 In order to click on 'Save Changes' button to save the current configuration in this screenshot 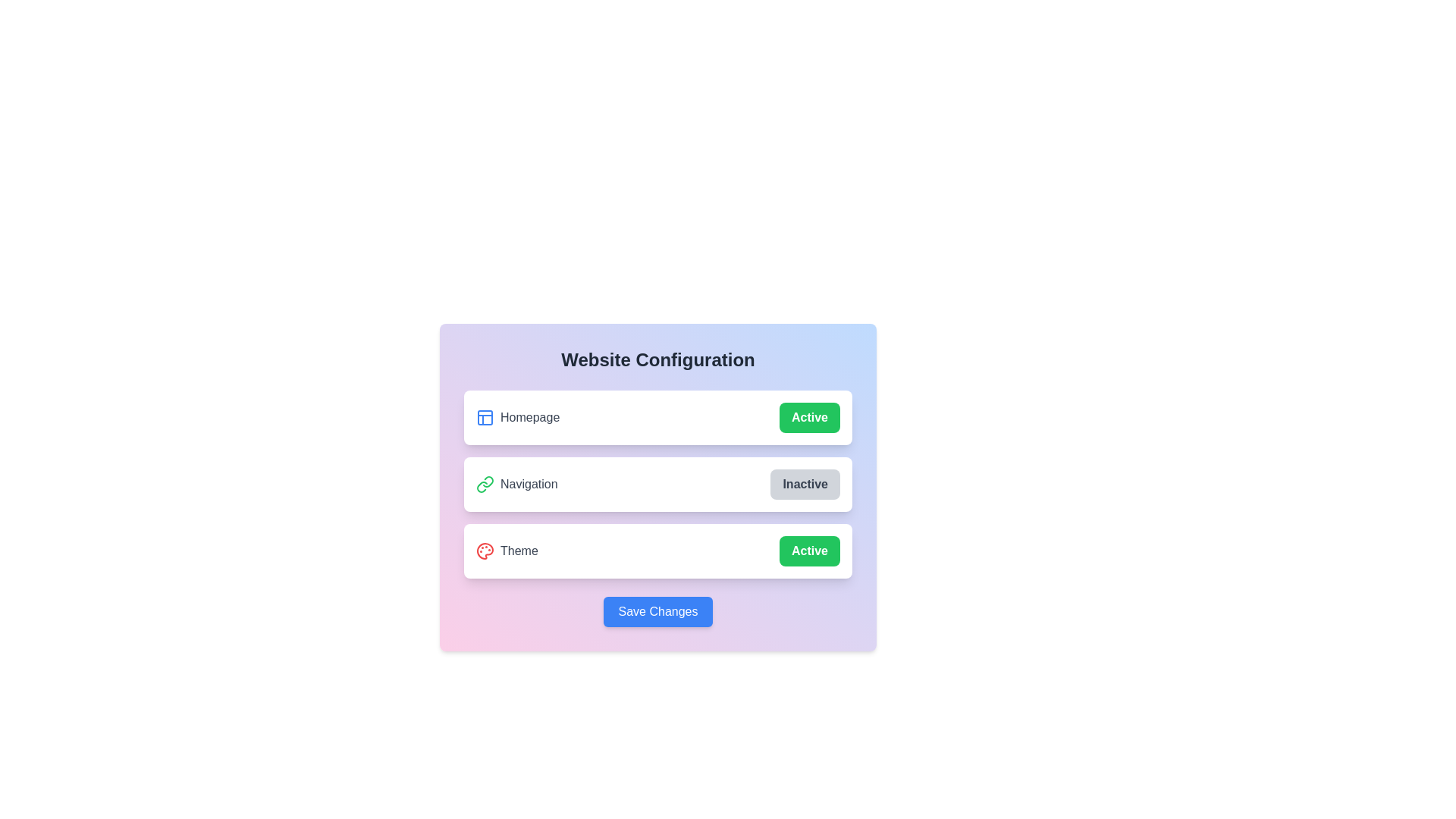, I will do `click(658, 610)`.